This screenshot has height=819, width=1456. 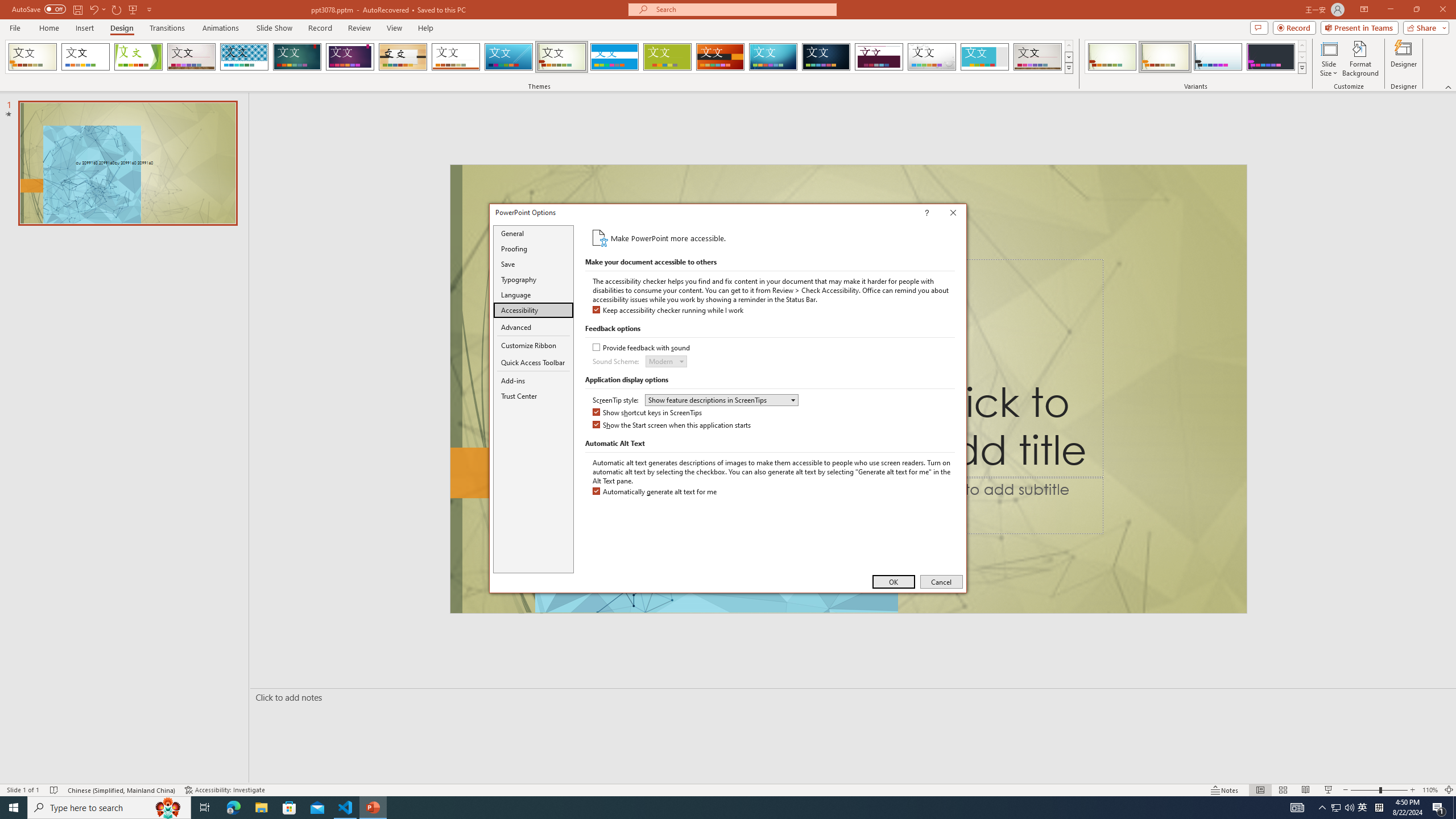 I want to click on 'Customize Ribbon', so click(x=533, y=344).